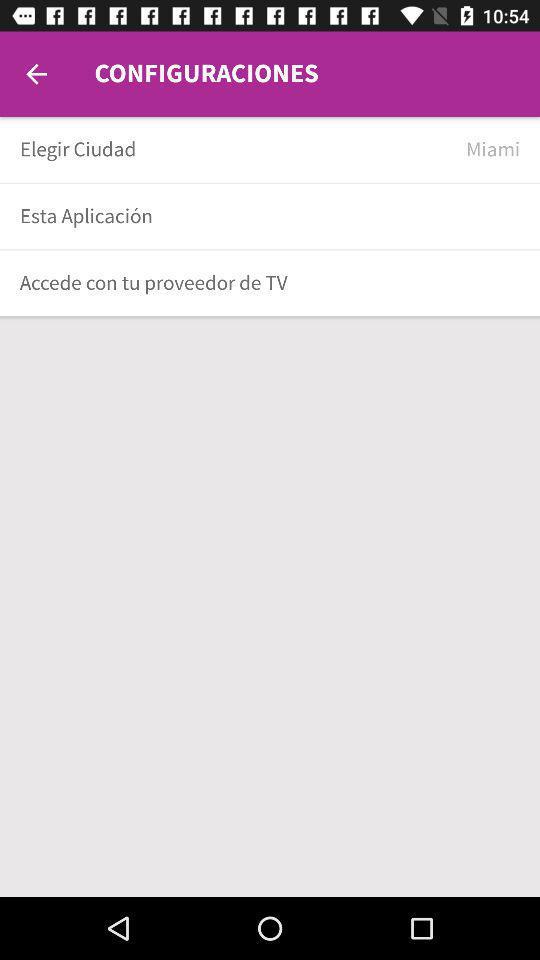 The image size is (540, 960). I want to click on icon next to miami icon, so click(235, 148).